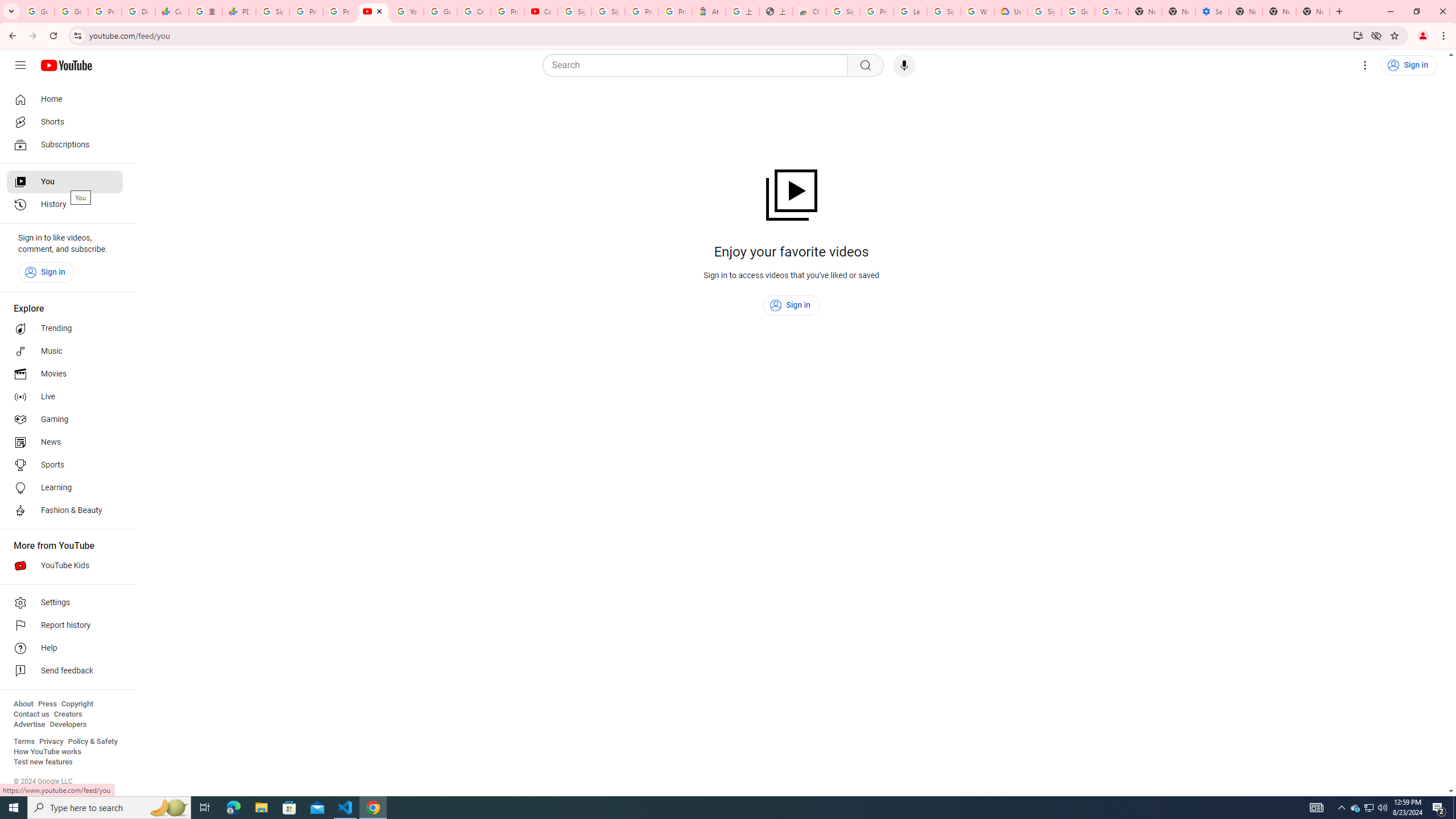 This screenshot has width=1456, height=819. I want to click on 'Home', so click(64, 98).